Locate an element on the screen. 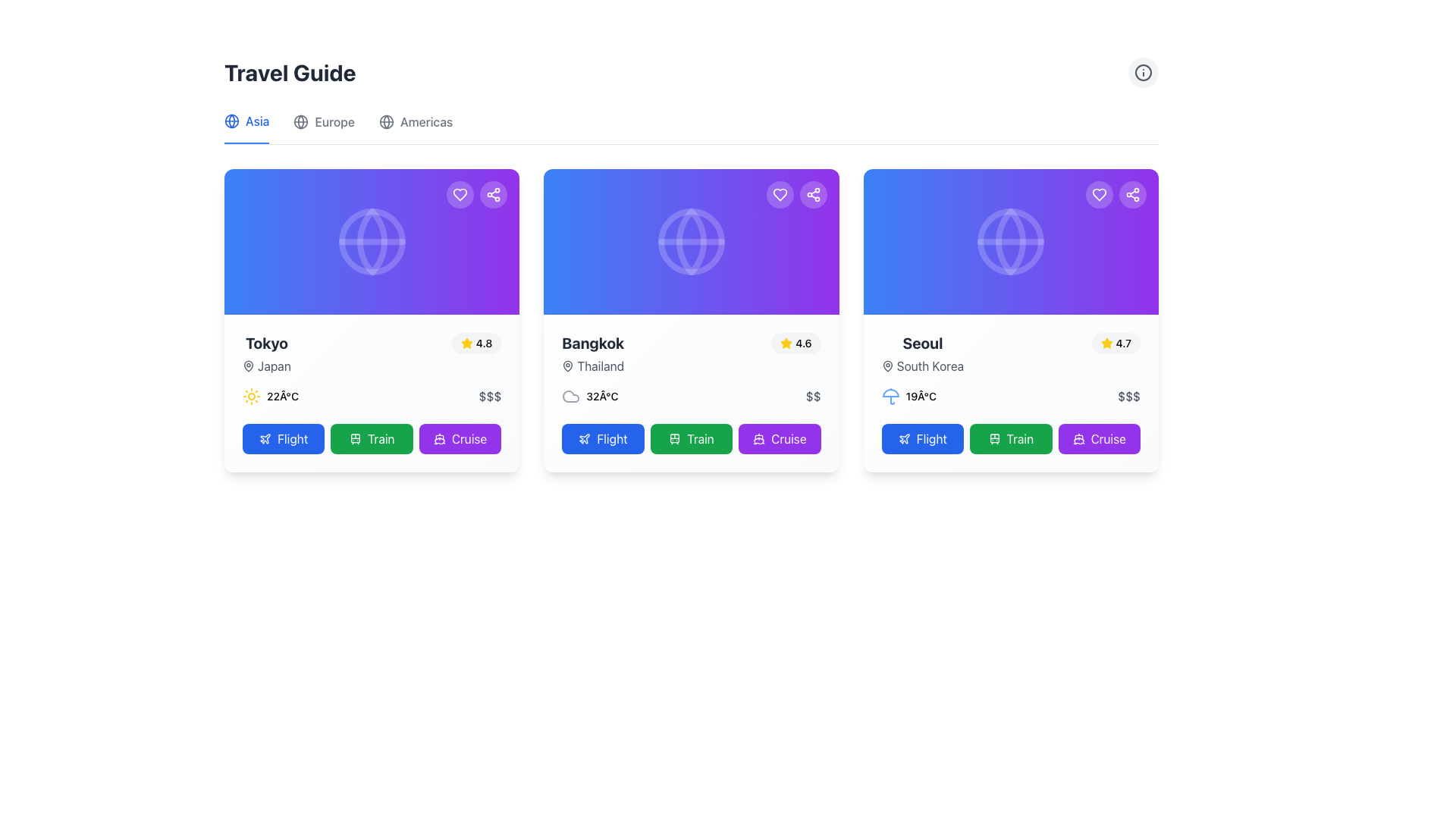  the circular globe icon located in the top center section of the Seoul card, which features intersecting lines and a gradient blue-to-purple background is located at coordinates (1011, 241).